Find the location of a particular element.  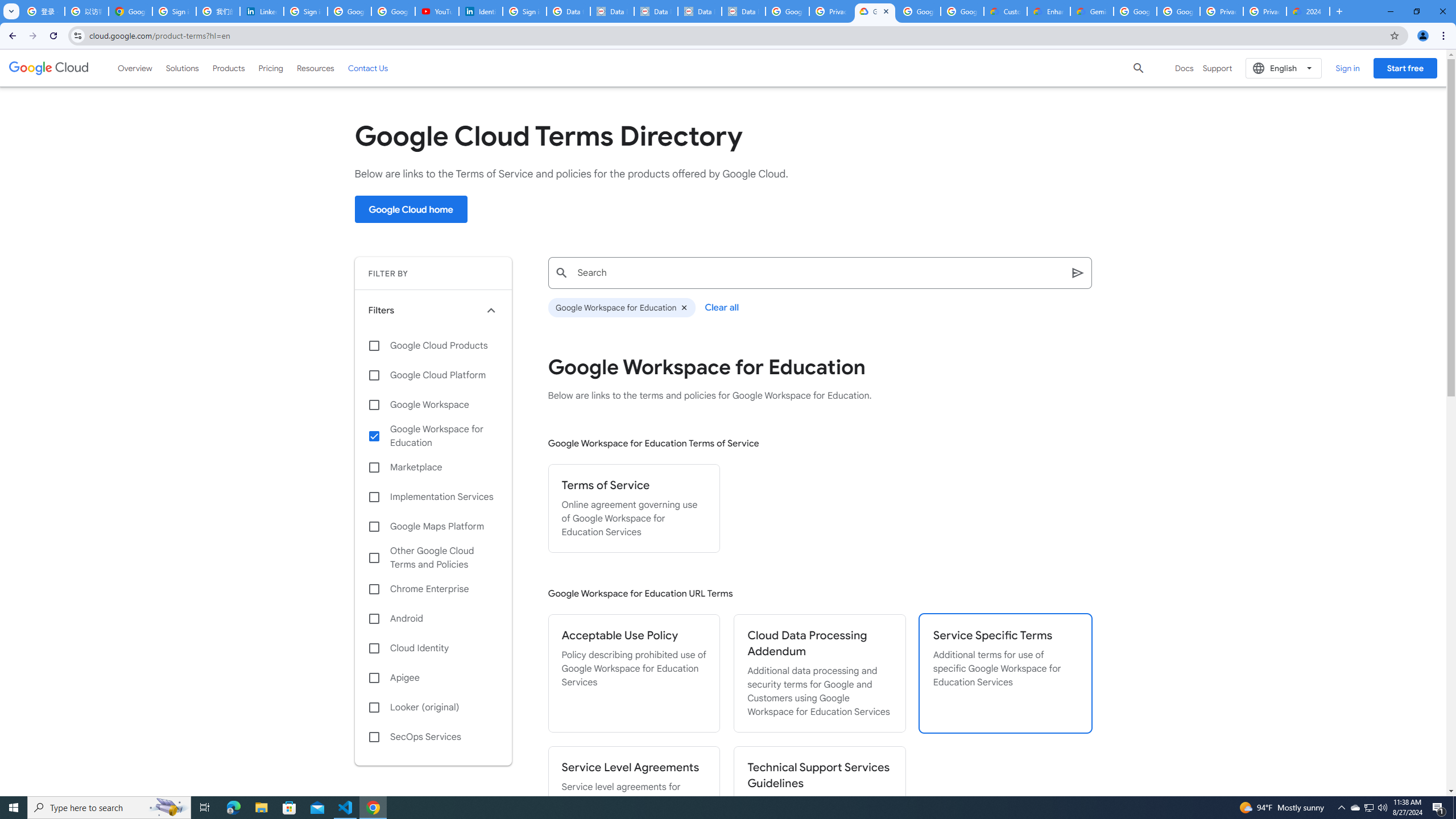

'Google Cloud Products' is located at coordinates (433, 345).